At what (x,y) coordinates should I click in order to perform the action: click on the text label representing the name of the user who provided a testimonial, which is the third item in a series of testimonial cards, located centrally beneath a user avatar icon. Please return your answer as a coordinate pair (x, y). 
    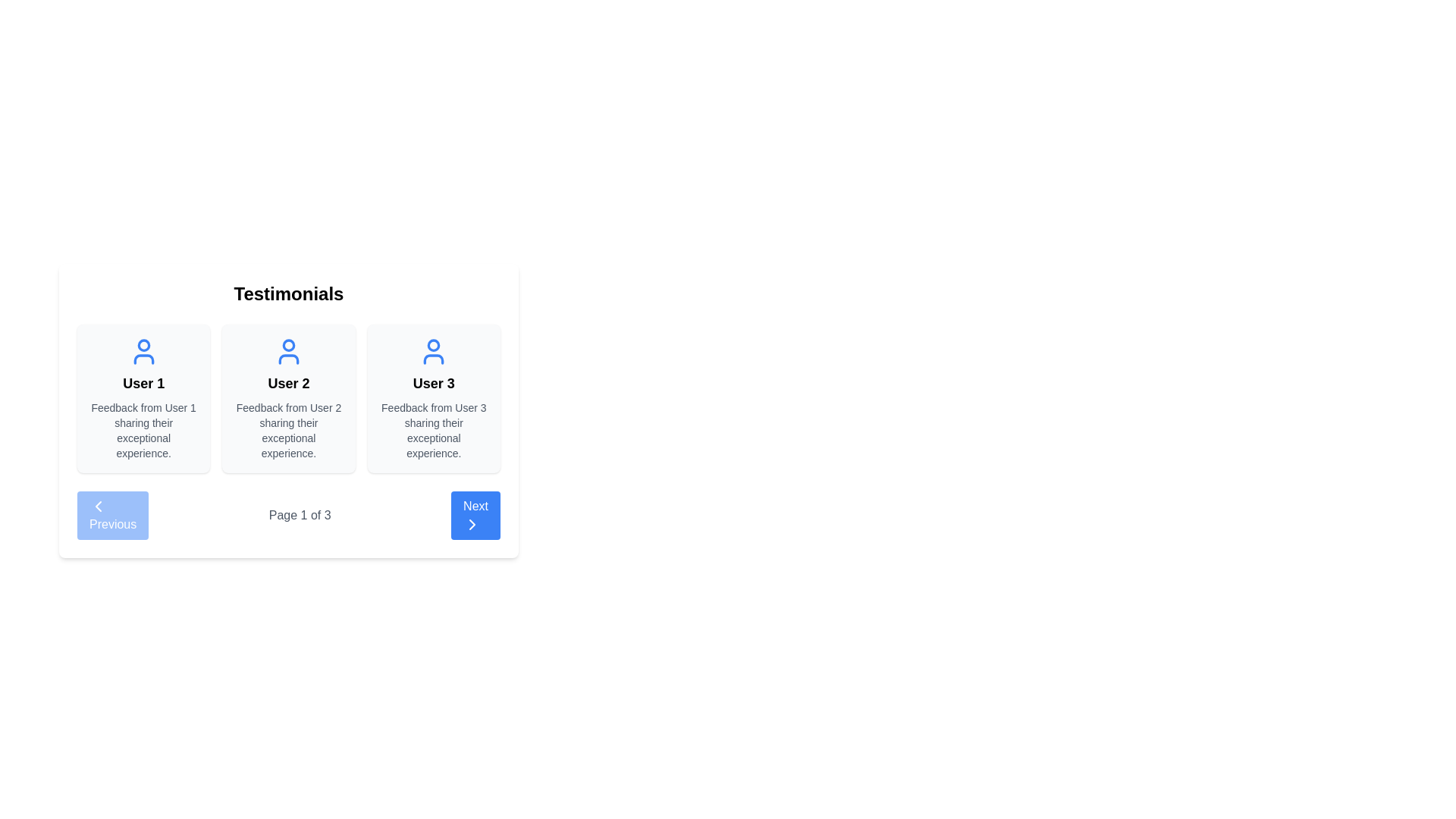
    Looking at the image, I should click on (433, 382).